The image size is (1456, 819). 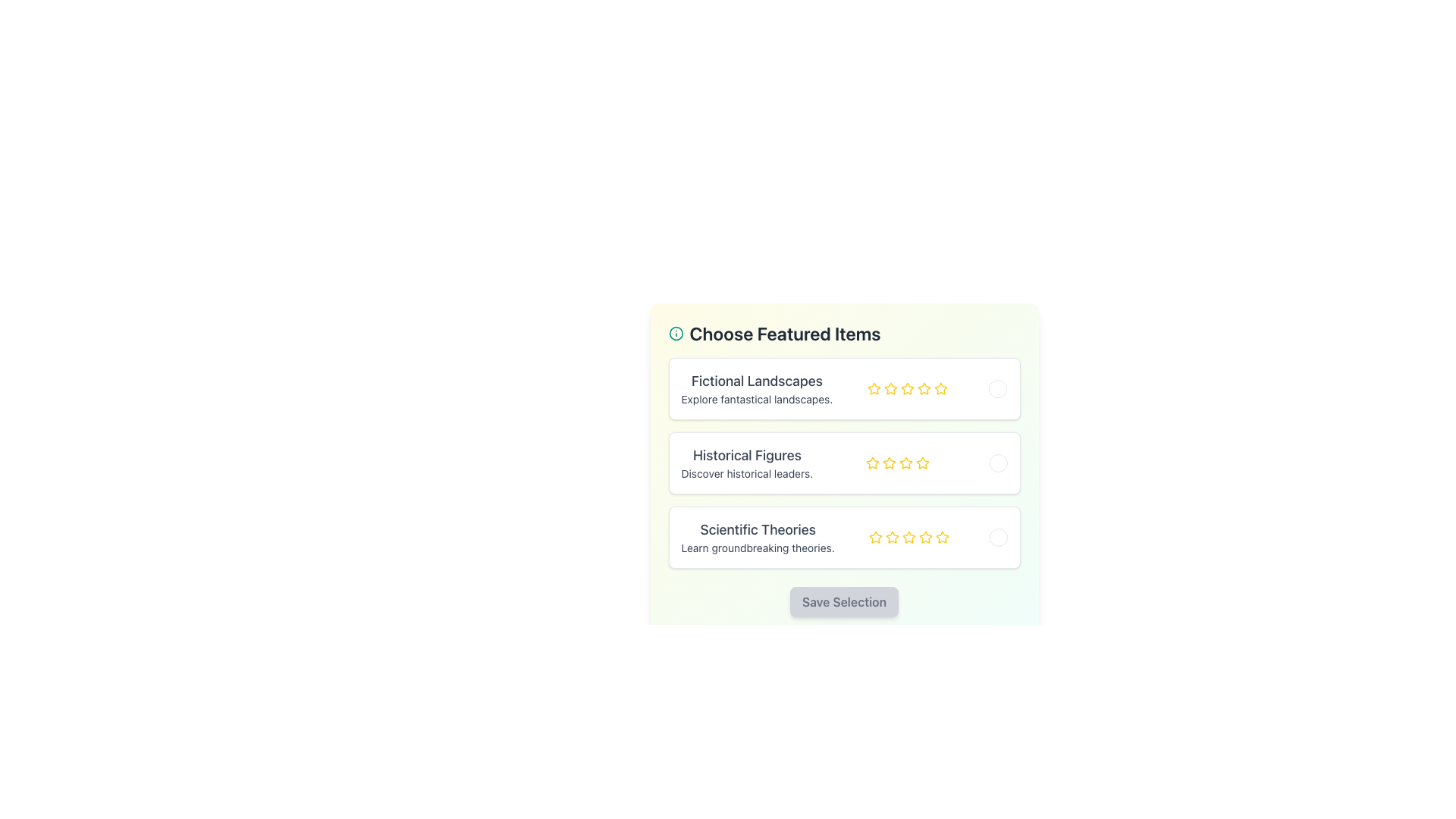 What do you see at coordinates (998, 537) in the screenshot?
I see `the Radio Button for 'Scientific Theories'` at bounding box center [998, 537].